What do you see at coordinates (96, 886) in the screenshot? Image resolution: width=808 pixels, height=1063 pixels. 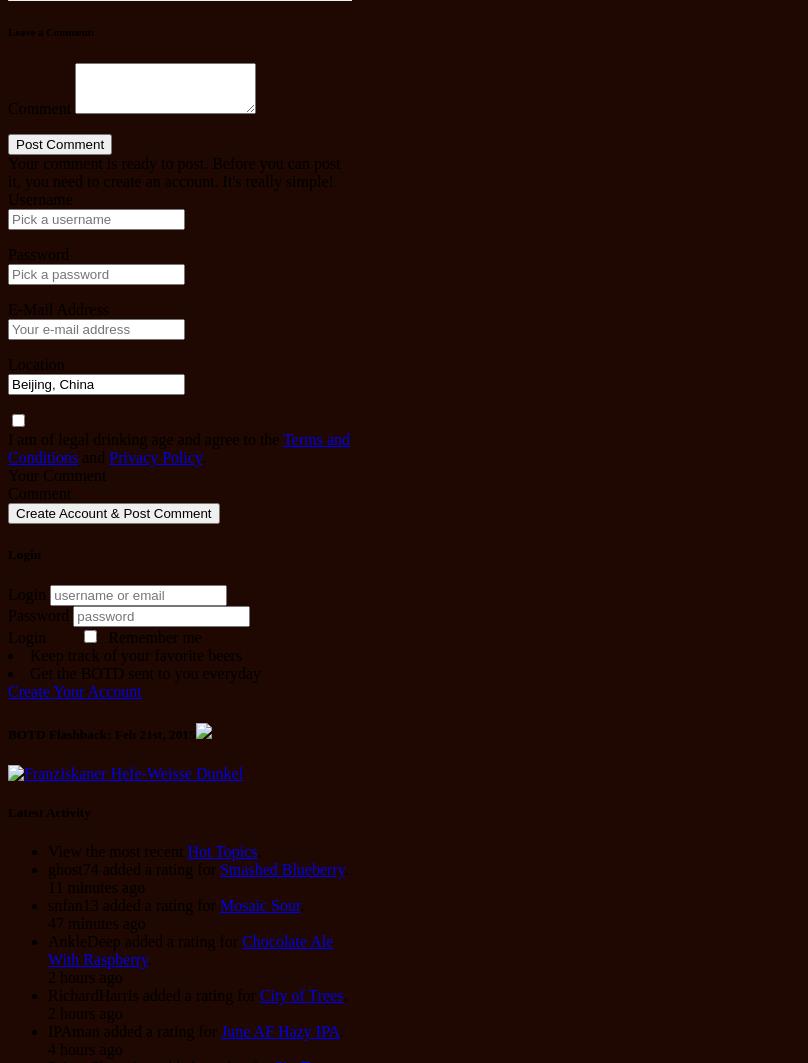 I see `'11 minutes ago'` at bounding box center [96, 886].